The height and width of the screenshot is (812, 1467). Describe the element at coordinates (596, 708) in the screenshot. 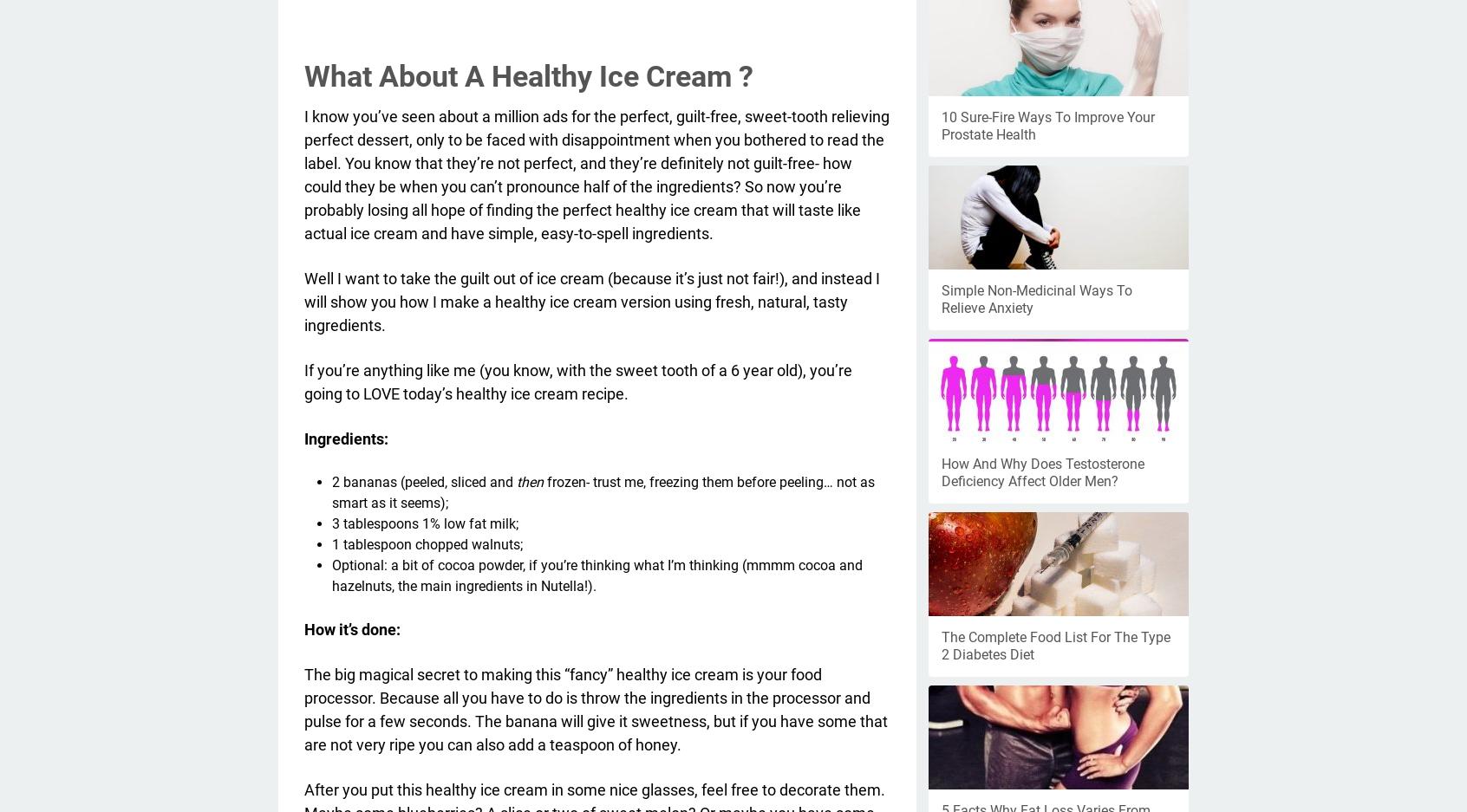

I see `'The big magical secret to making this “fancy” healthy ice cream is your food processor. Because all you have to do is throw the ingredients in the processor and pulse for a few seconds. The banana will give it sweetness, but if you have some that are not very ripe you can also add a teaspoon of honey.'` at that location.